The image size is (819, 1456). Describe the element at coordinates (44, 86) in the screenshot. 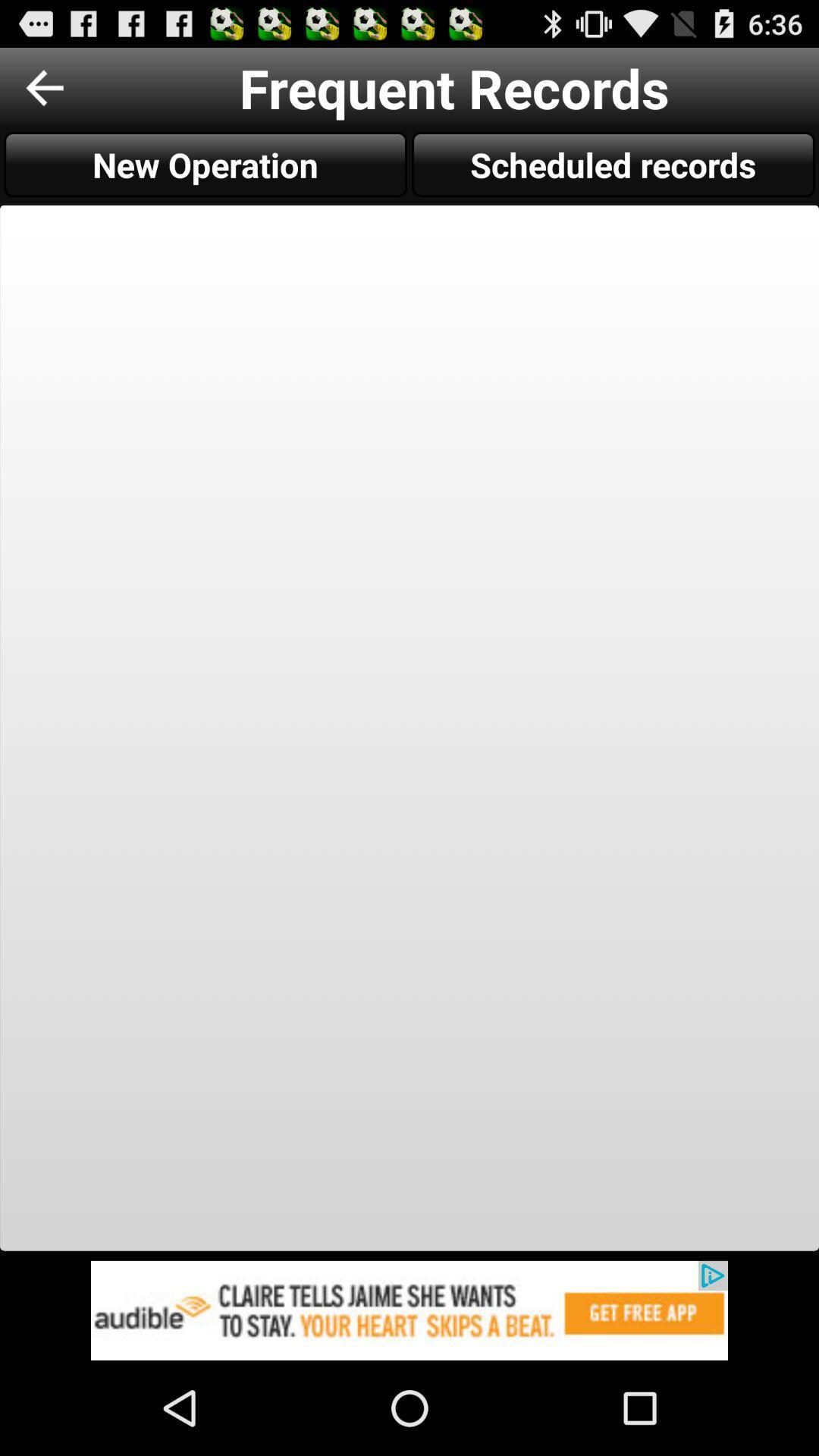

I see `go back` at that location.